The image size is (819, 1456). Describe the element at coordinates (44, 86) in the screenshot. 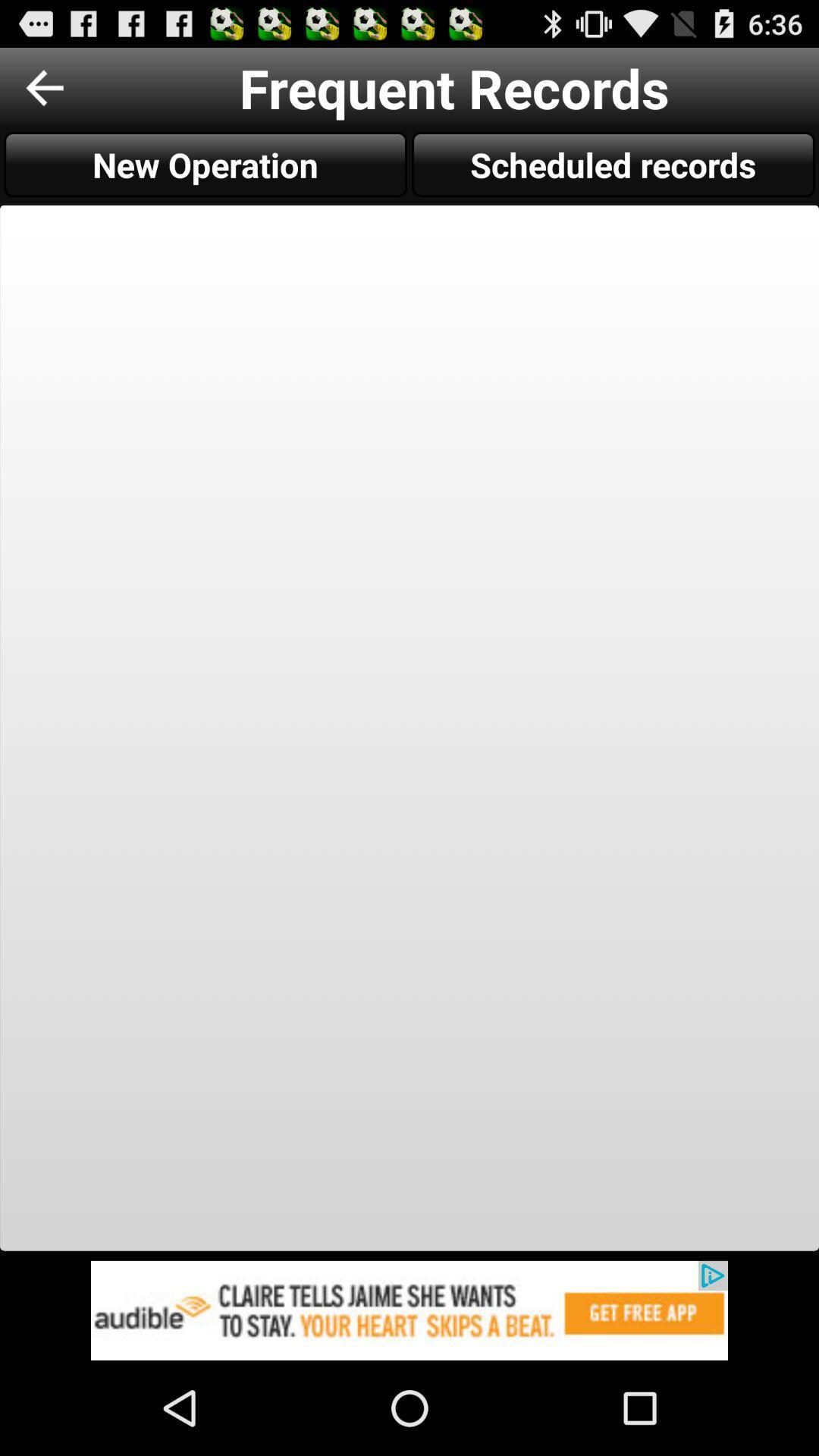

I see `go back` at that location.